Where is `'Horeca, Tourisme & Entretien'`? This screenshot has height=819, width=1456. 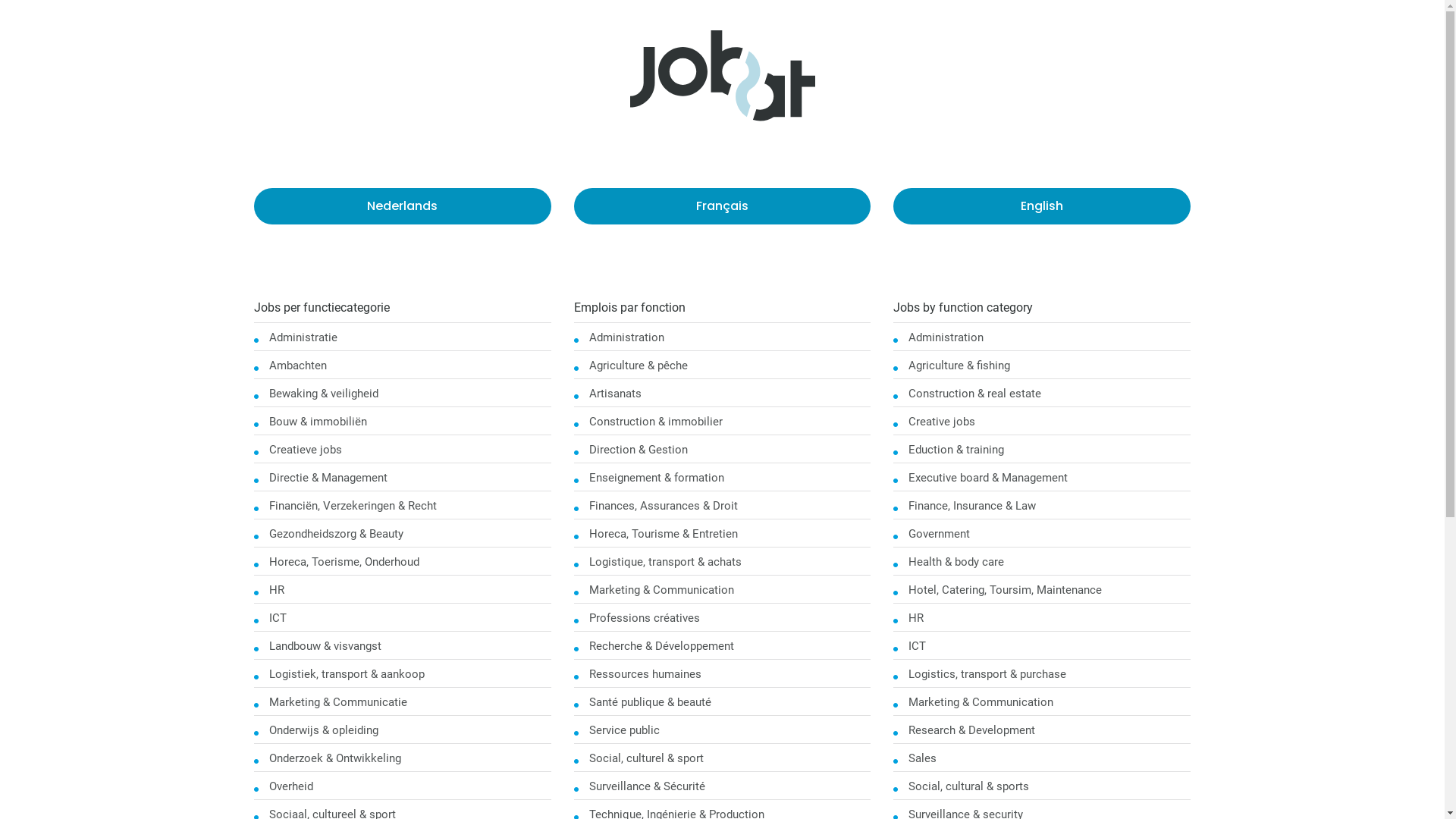 'Horeca, Tourisme & Entretien' is located at coordinates (663, 533).